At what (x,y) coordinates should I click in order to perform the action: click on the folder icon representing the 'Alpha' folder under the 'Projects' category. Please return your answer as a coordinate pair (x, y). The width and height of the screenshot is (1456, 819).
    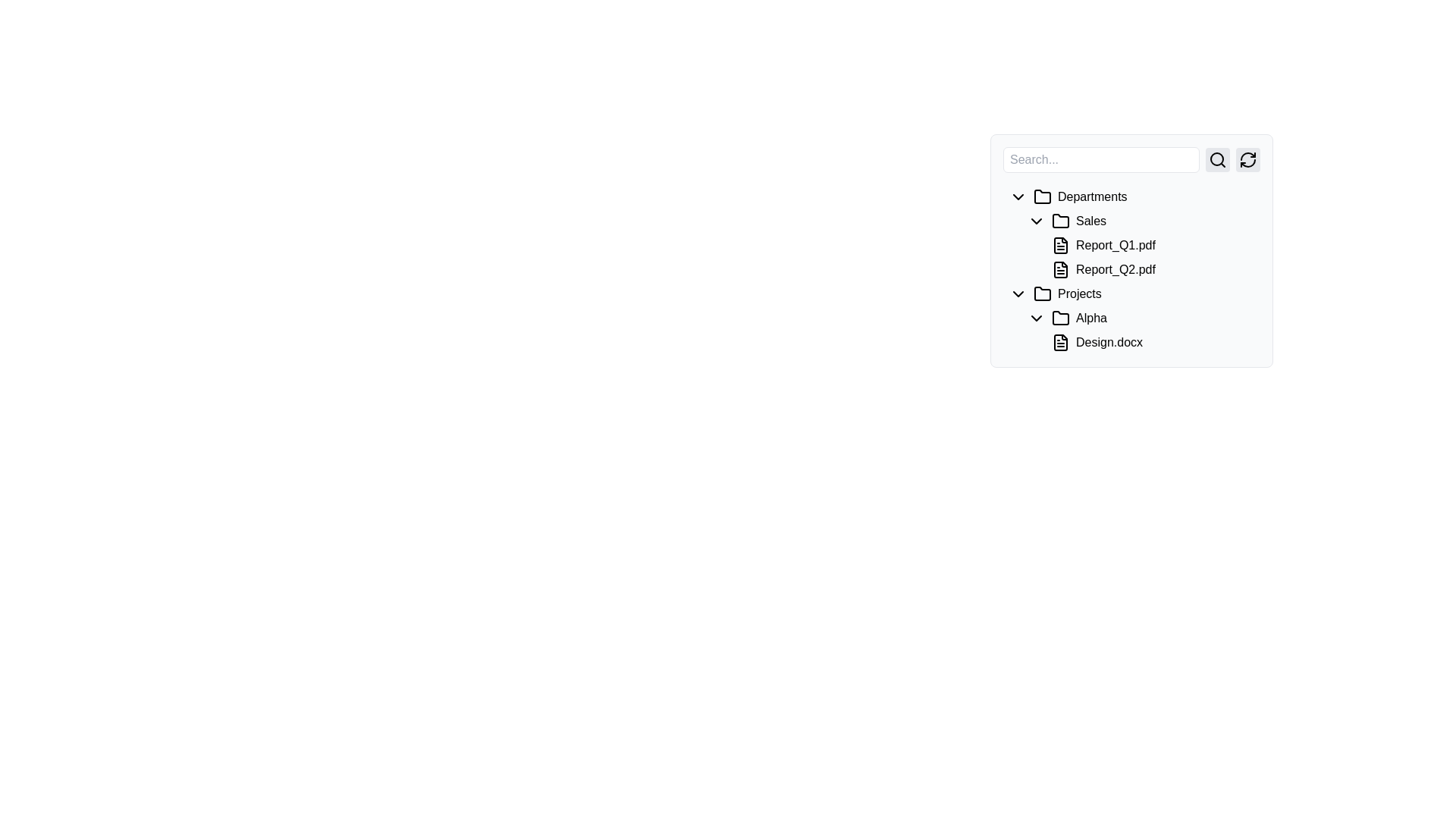
    Looking at the image, I should click on (1059, 317).